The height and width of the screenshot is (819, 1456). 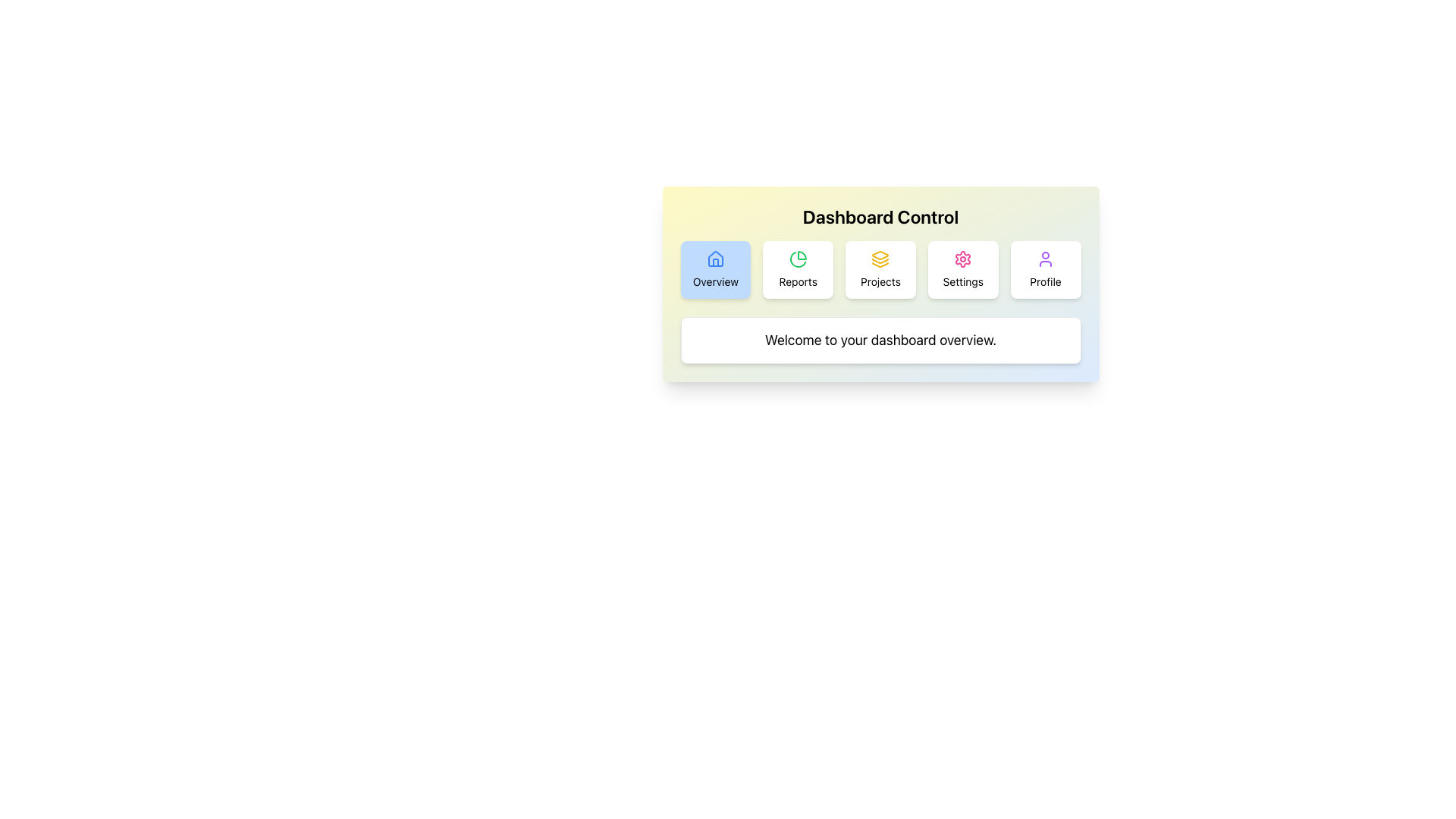 What do you see at coordinates (962, 281) in the screenshot?
I see `text label displaying 'Settings' located beneath the pink gear icon in the settings button group` at bounding box center [962, 281].